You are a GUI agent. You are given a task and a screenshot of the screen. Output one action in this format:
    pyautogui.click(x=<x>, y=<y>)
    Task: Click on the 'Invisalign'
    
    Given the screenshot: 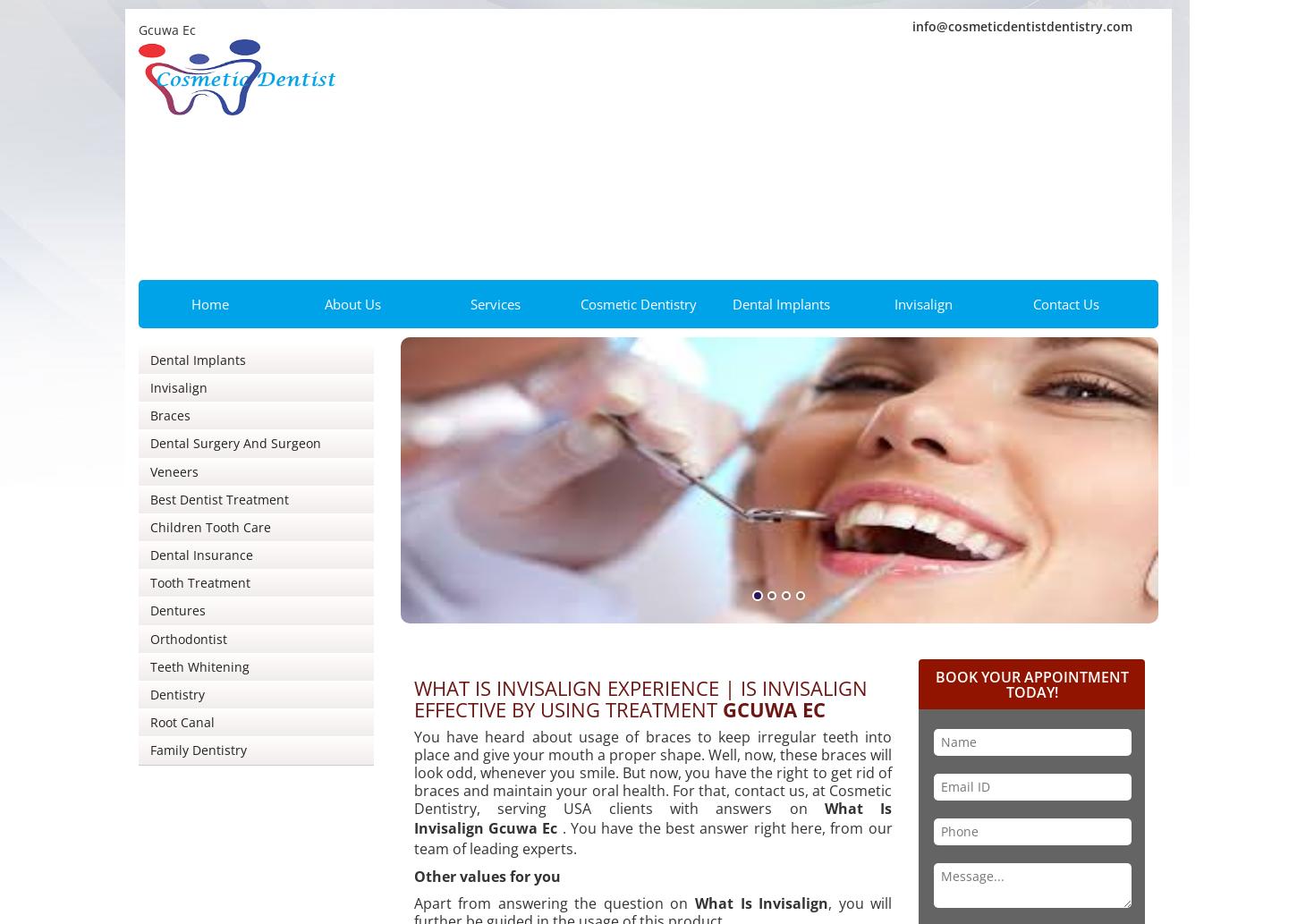 What is the action you would take?
    pyautogui.click(x=923, y=302)
    